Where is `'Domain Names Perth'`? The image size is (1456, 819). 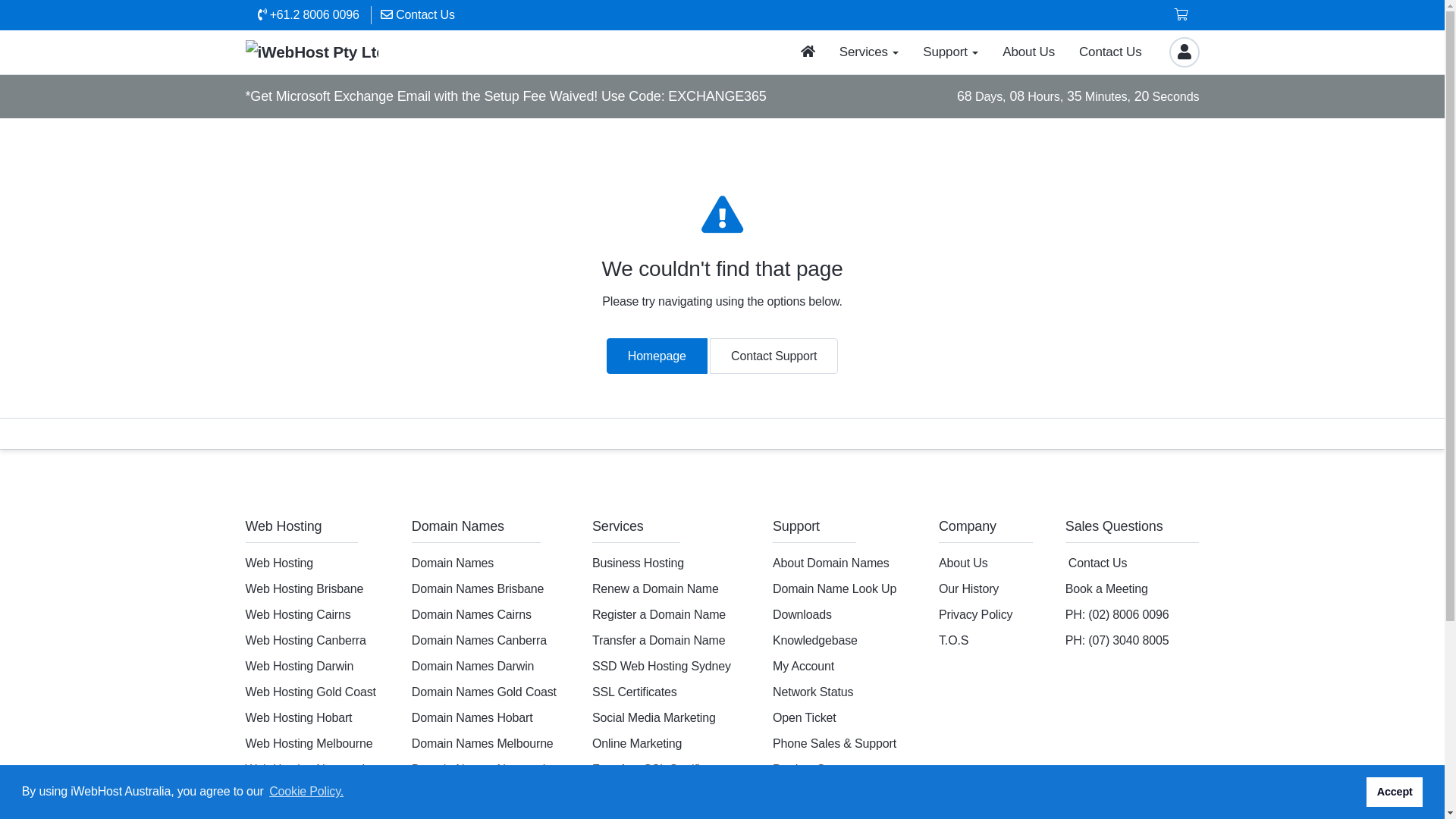 'Domain Names Perth' is located at coordinates (468, 794).